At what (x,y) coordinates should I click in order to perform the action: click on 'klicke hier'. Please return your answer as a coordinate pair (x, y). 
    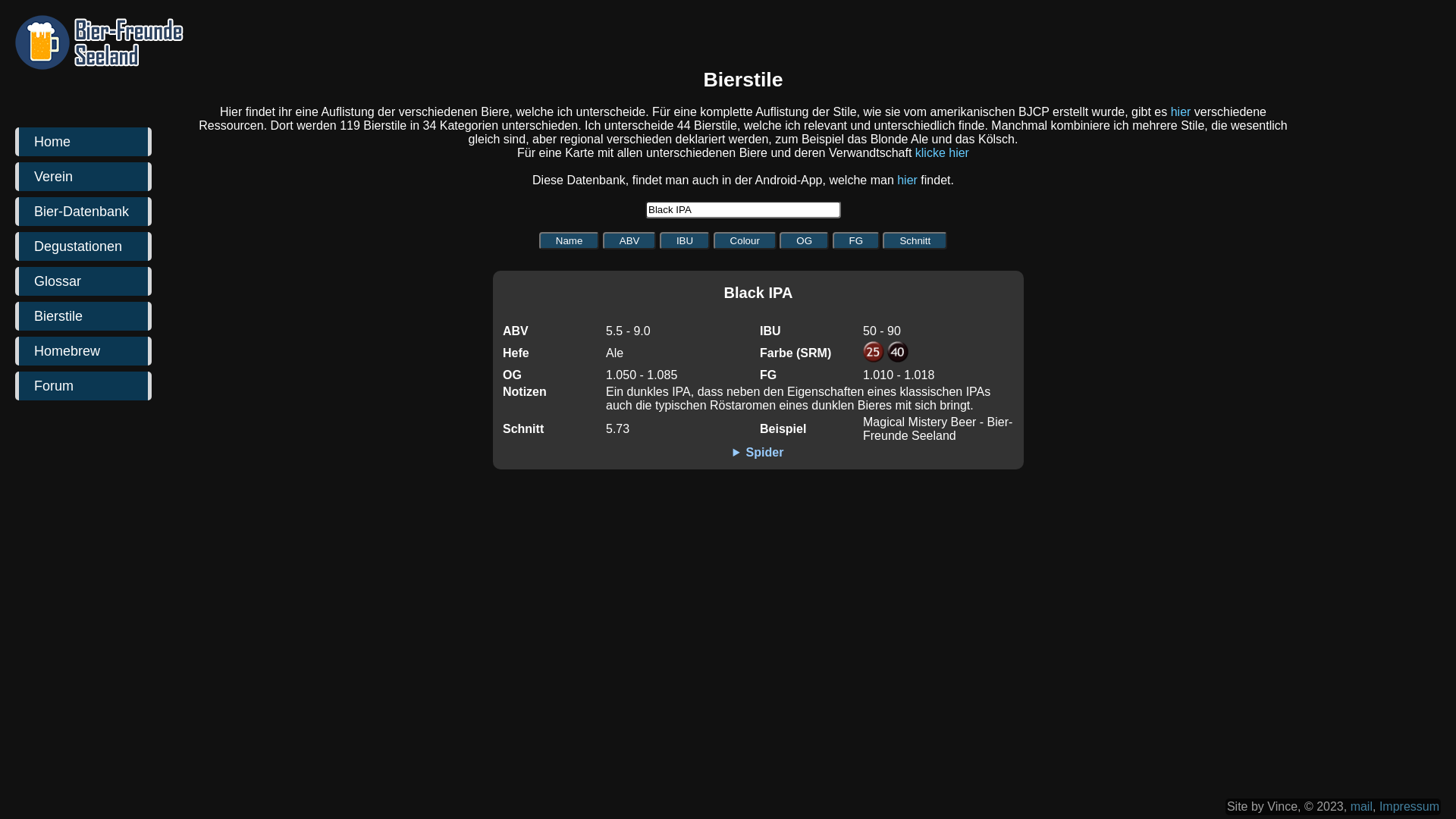
    Looking at the image, I should click on (941, 152).